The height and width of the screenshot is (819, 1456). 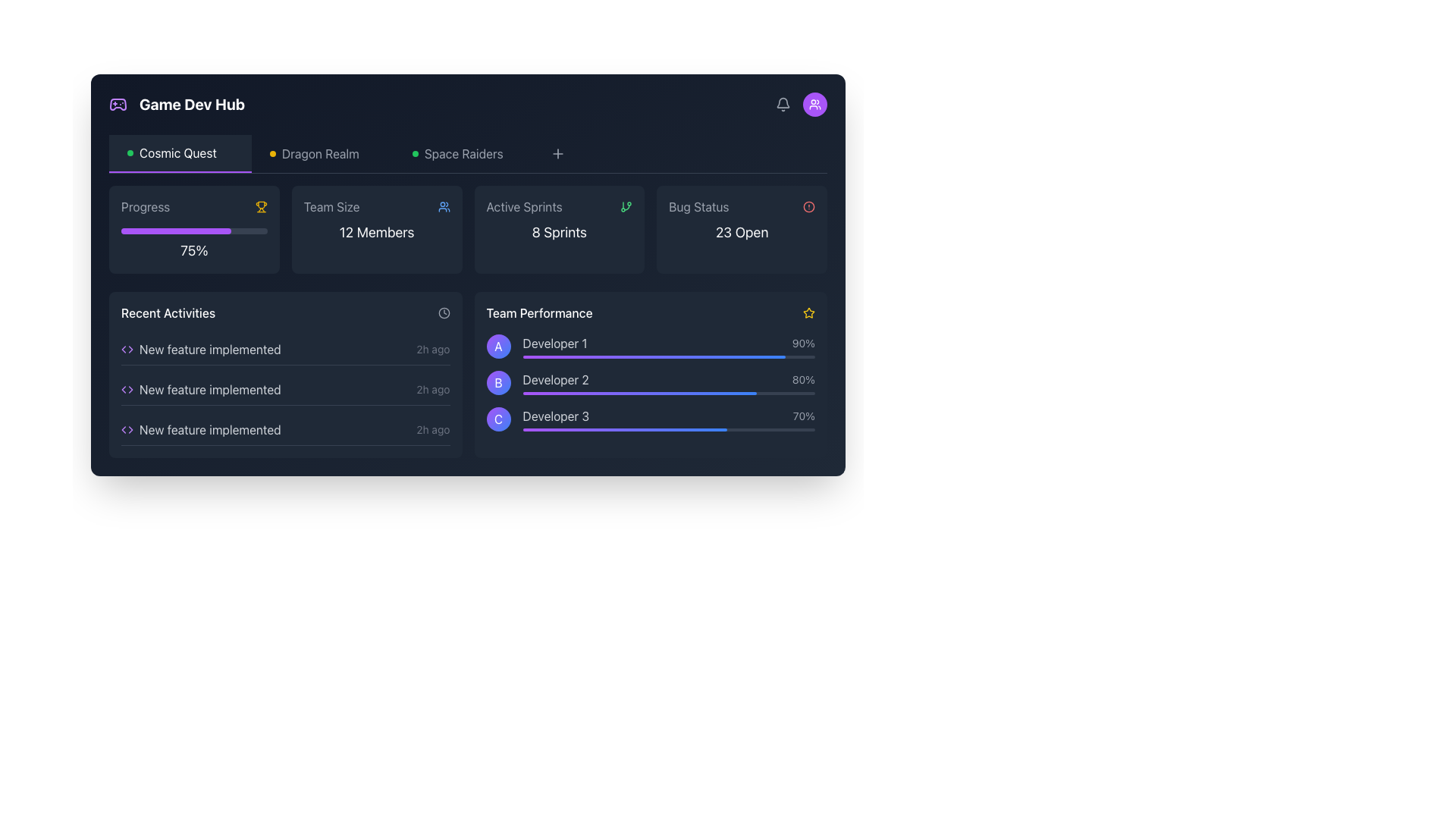 What do you see at coordinates (802, 343) in the screenshot?
I see `the Text label displaying '90%' which is positioned at the far right of a horizontal layout next to 'Developer 1'` at bounding box center [802, 343].